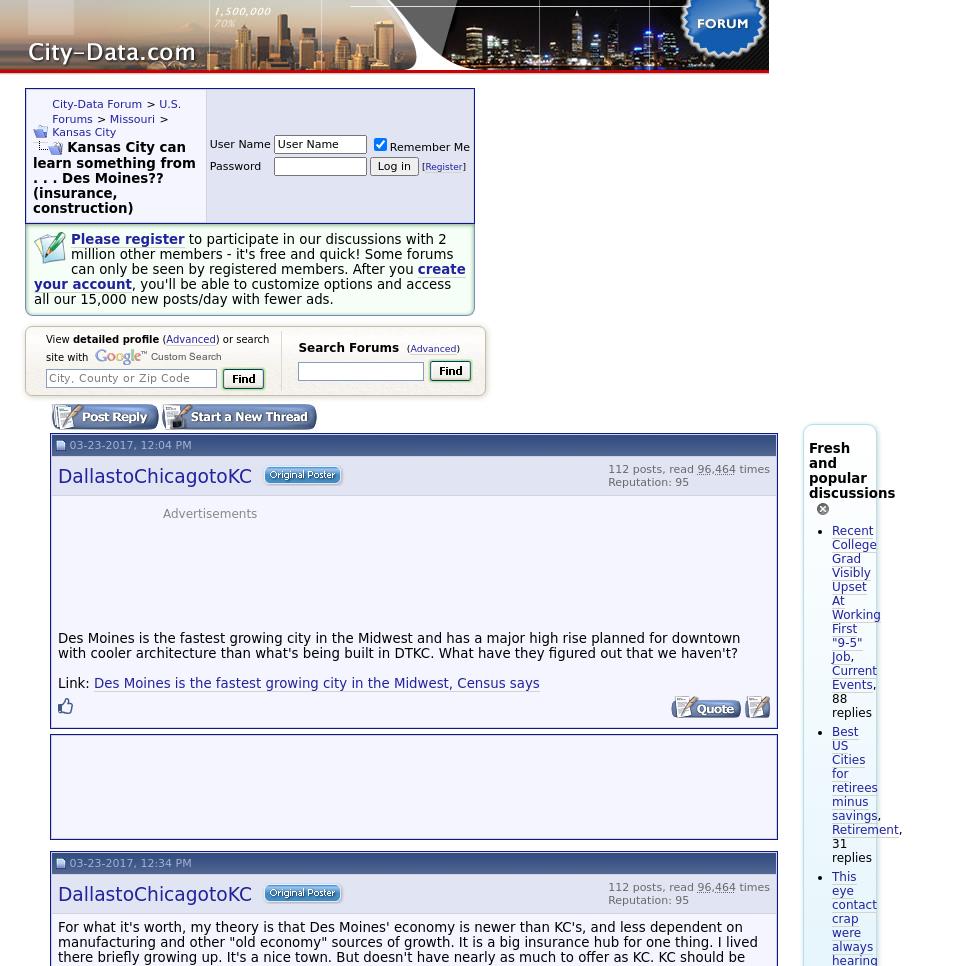  What do you see at coordinates (65, 355) in the screenshot?
I see `'site with'` at bounding box center [65, 355].